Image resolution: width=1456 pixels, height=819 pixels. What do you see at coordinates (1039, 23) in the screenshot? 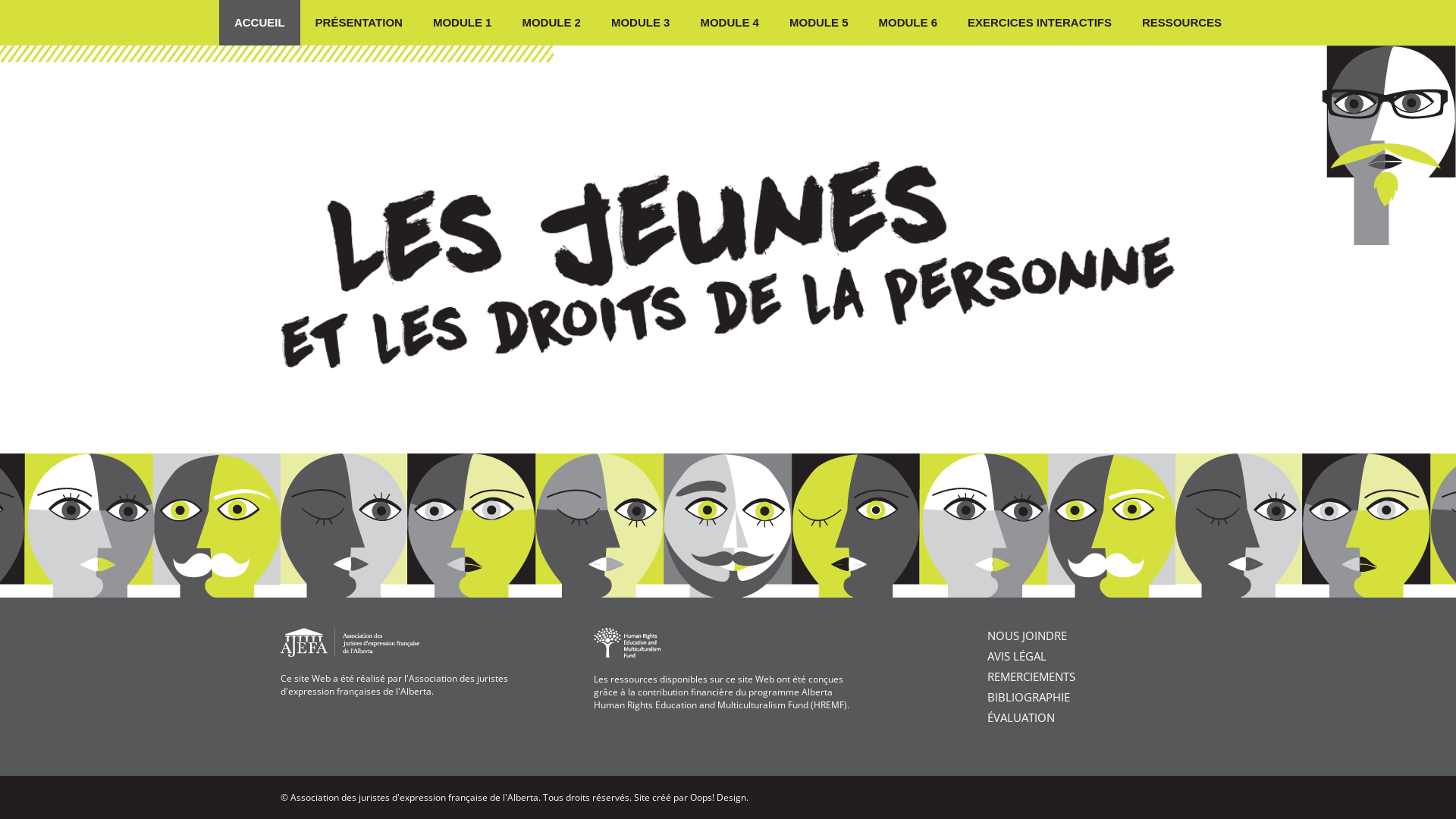
I see `'EXERCICES INTERACTIFS'` at bounding box center [1039, 23].